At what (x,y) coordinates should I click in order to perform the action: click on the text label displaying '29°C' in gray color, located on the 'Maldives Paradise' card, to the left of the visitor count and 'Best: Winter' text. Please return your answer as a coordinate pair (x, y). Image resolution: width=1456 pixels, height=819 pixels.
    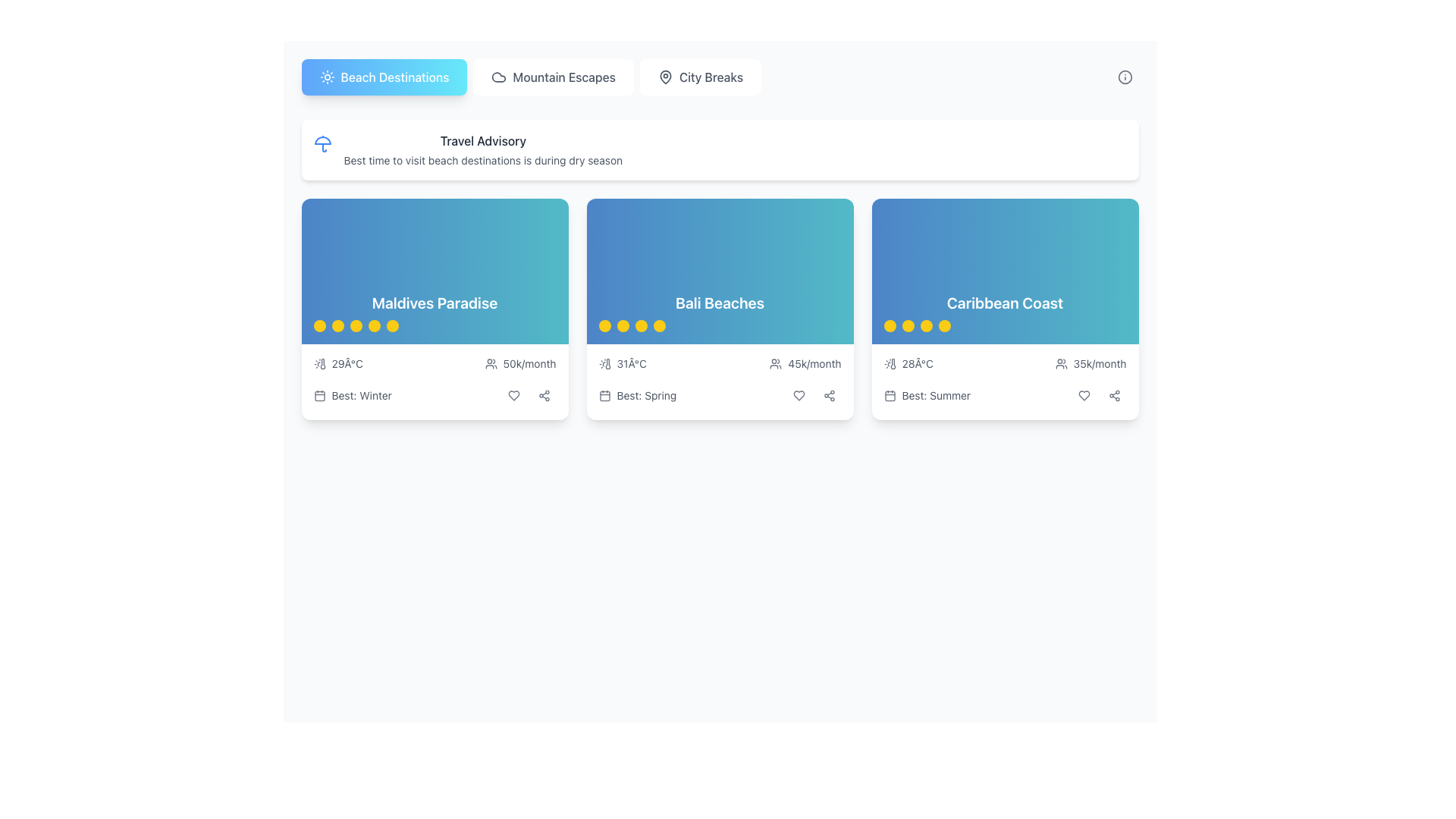
    Looking at the image, I should click on (347, 363).